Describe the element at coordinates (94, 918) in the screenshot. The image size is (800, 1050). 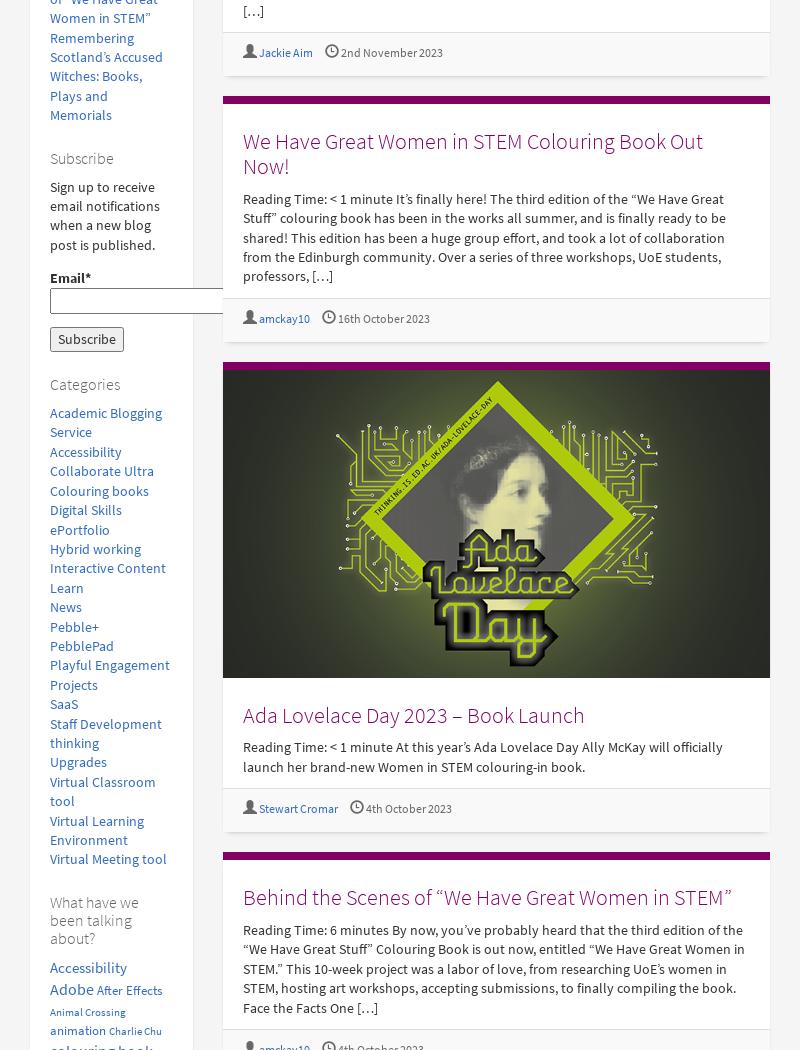
I see `'What have we been talking about?'` at that location.